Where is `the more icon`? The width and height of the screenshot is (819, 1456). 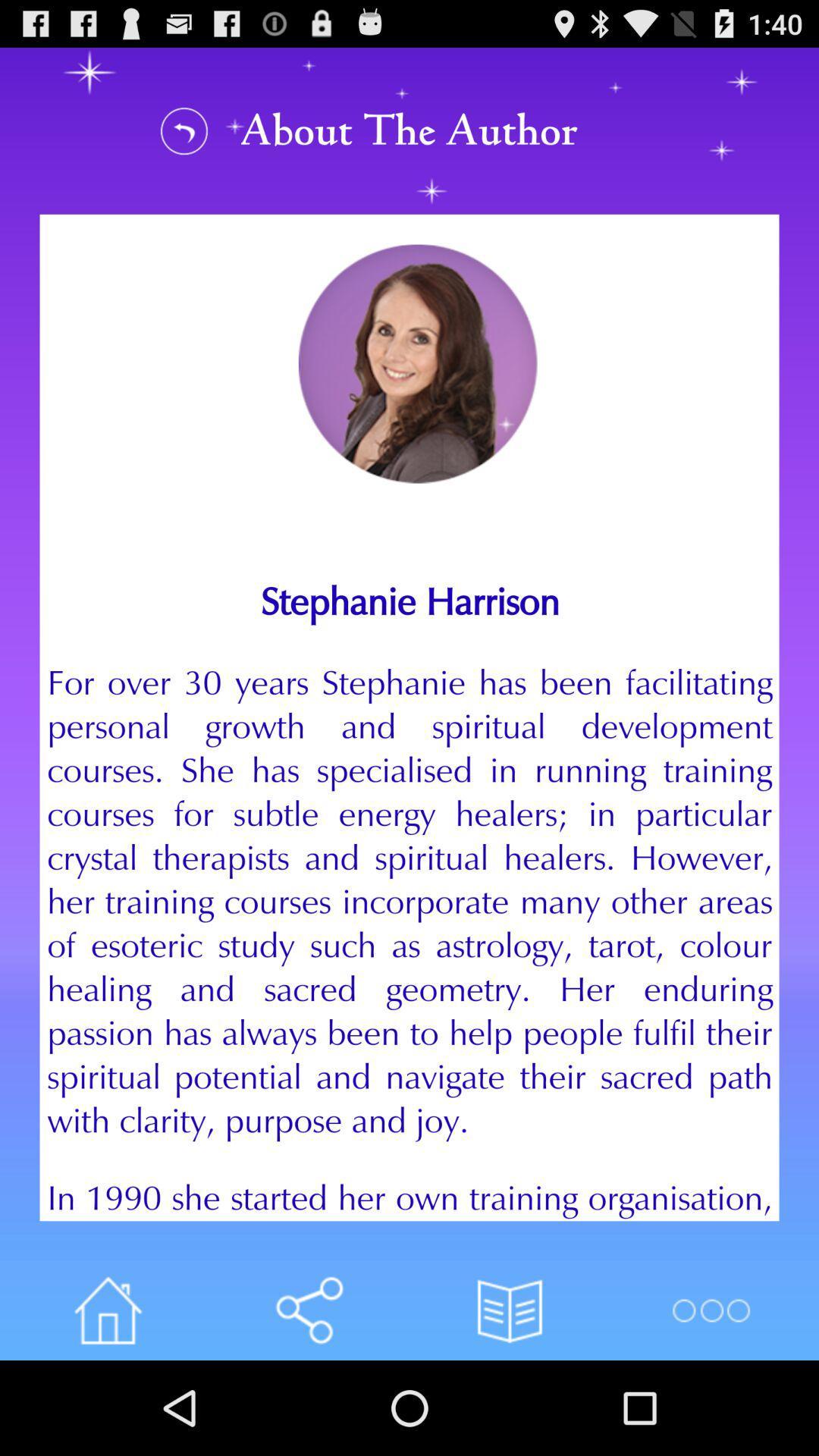
the more icon is located at coordinates (711, 1401).